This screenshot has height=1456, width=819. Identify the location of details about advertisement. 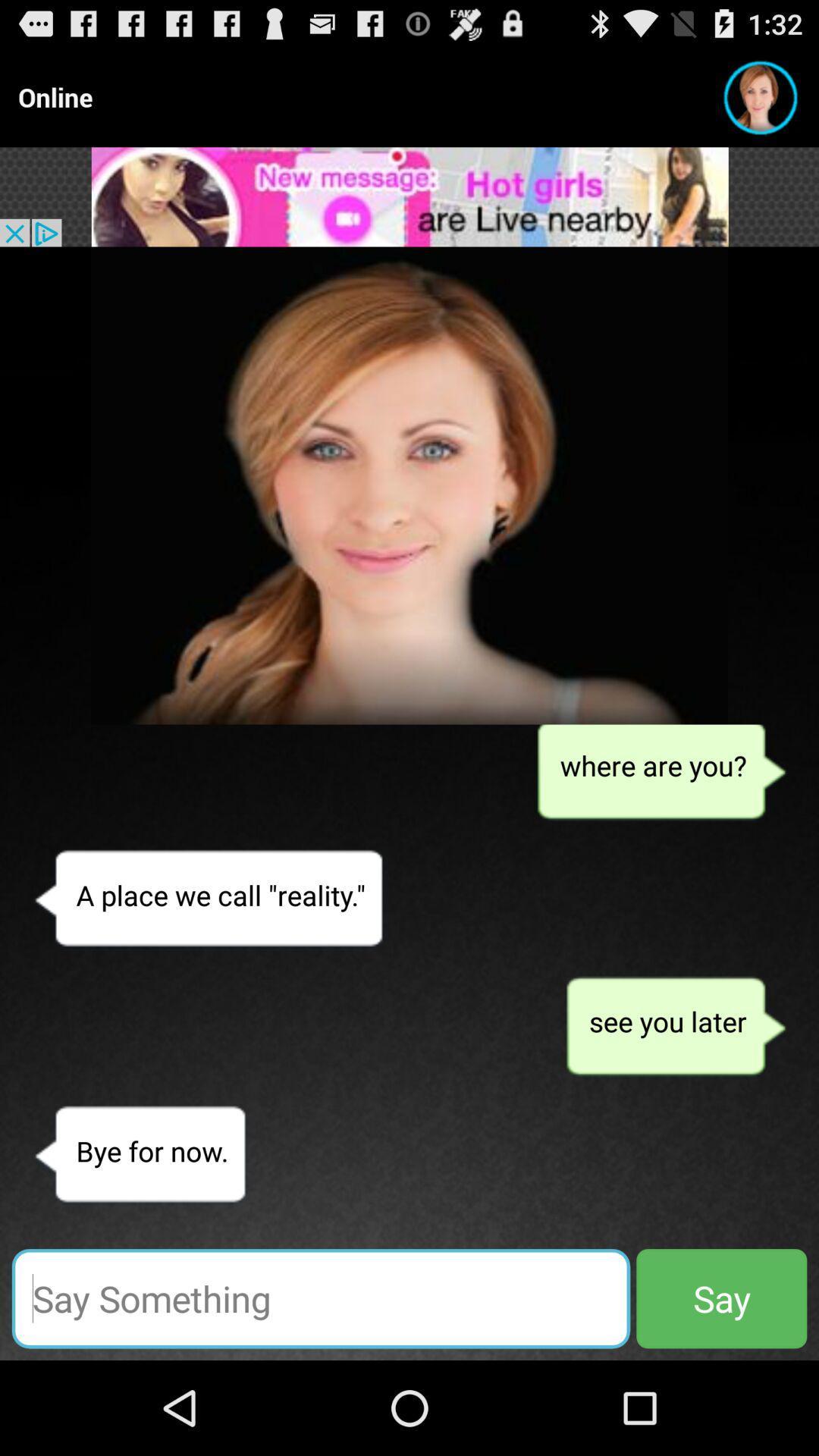
(409, 196).